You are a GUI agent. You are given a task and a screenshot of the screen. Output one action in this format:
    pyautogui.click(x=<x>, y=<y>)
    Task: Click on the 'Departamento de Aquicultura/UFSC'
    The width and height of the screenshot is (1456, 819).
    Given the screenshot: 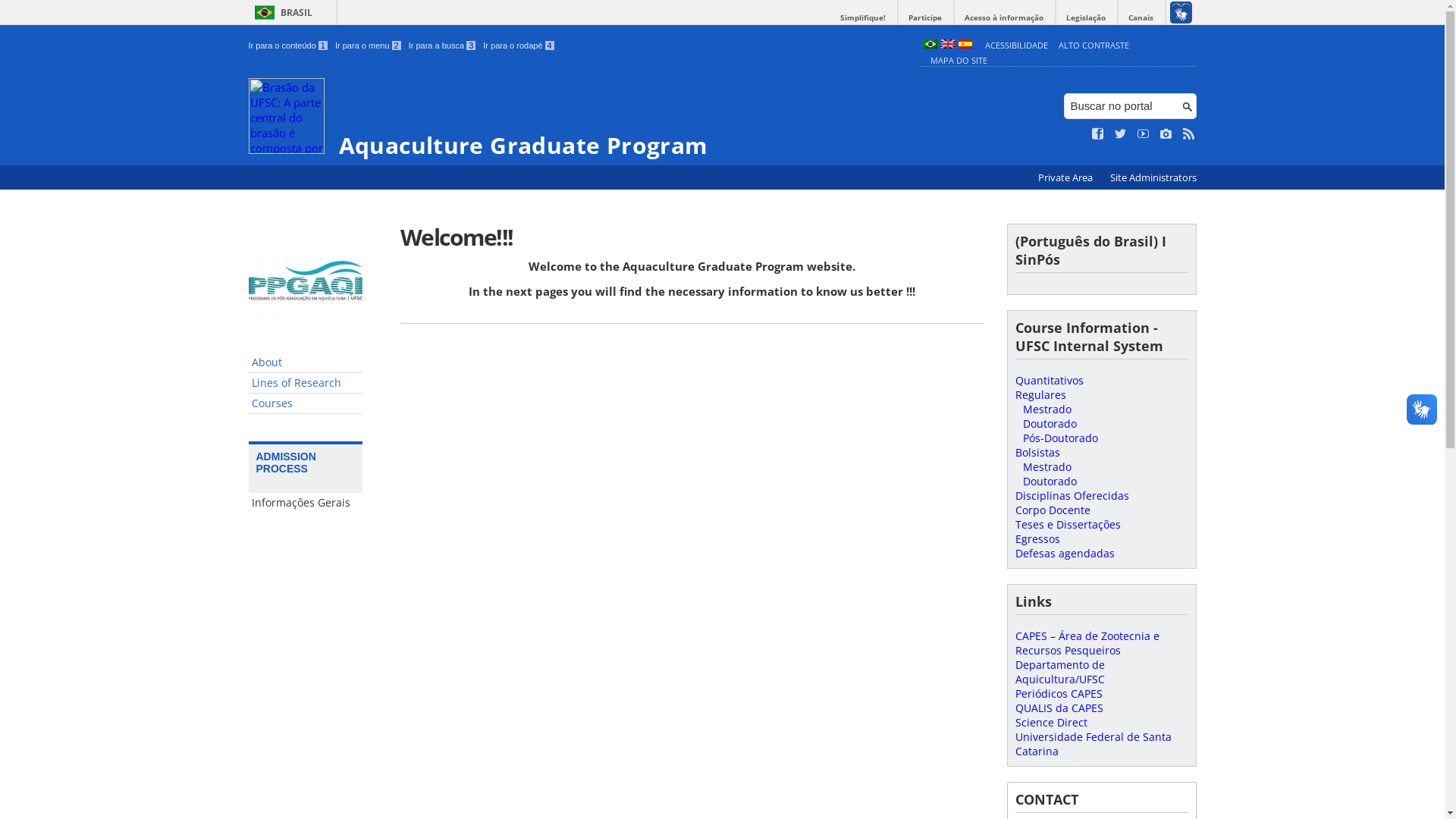 What is the action you would take?
    pyautogui.click(x=1015, y=671)
    